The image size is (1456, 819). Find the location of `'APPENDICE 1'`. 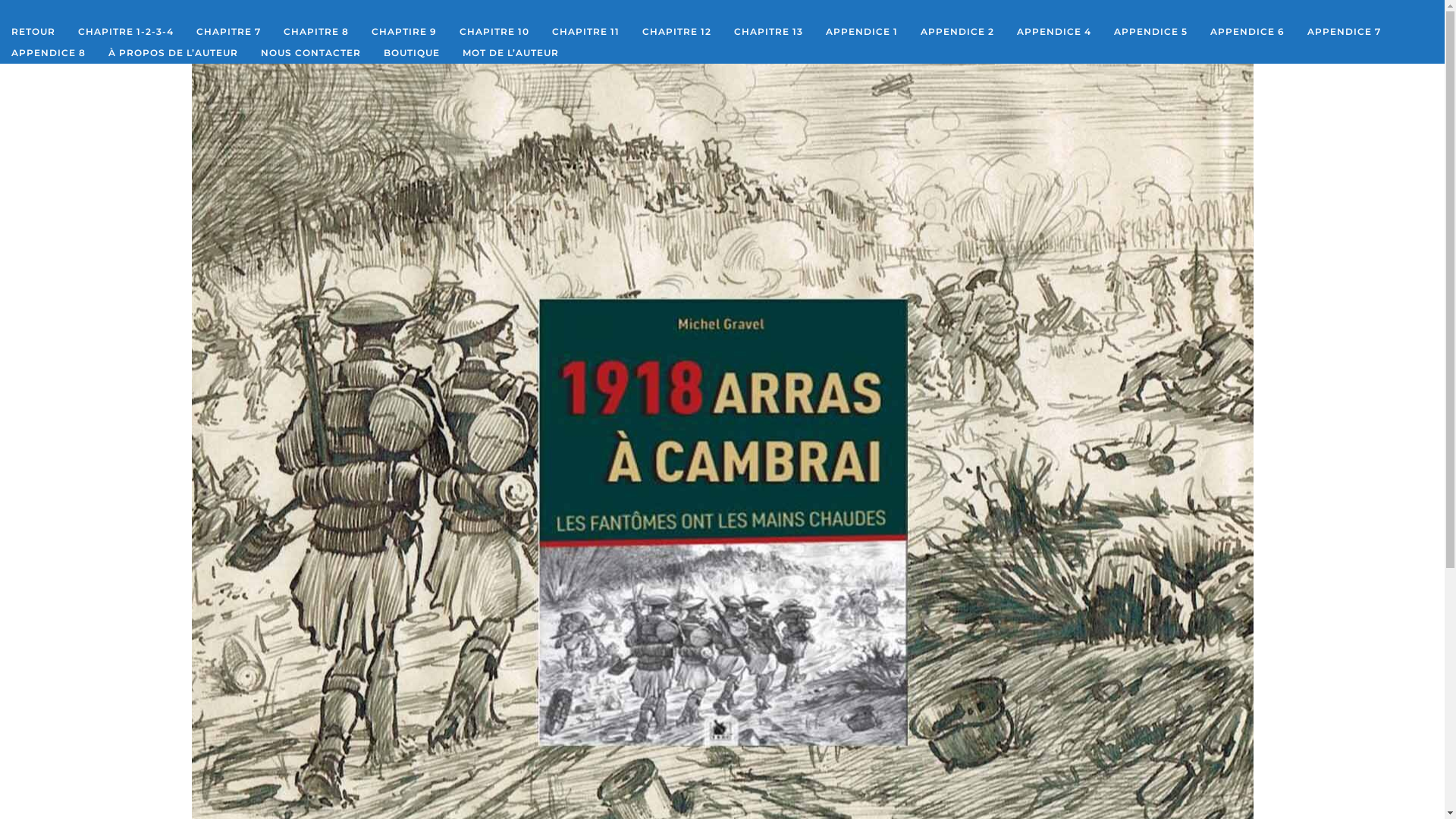

'APPENDICE 1' is located at coordinates (861, 32).